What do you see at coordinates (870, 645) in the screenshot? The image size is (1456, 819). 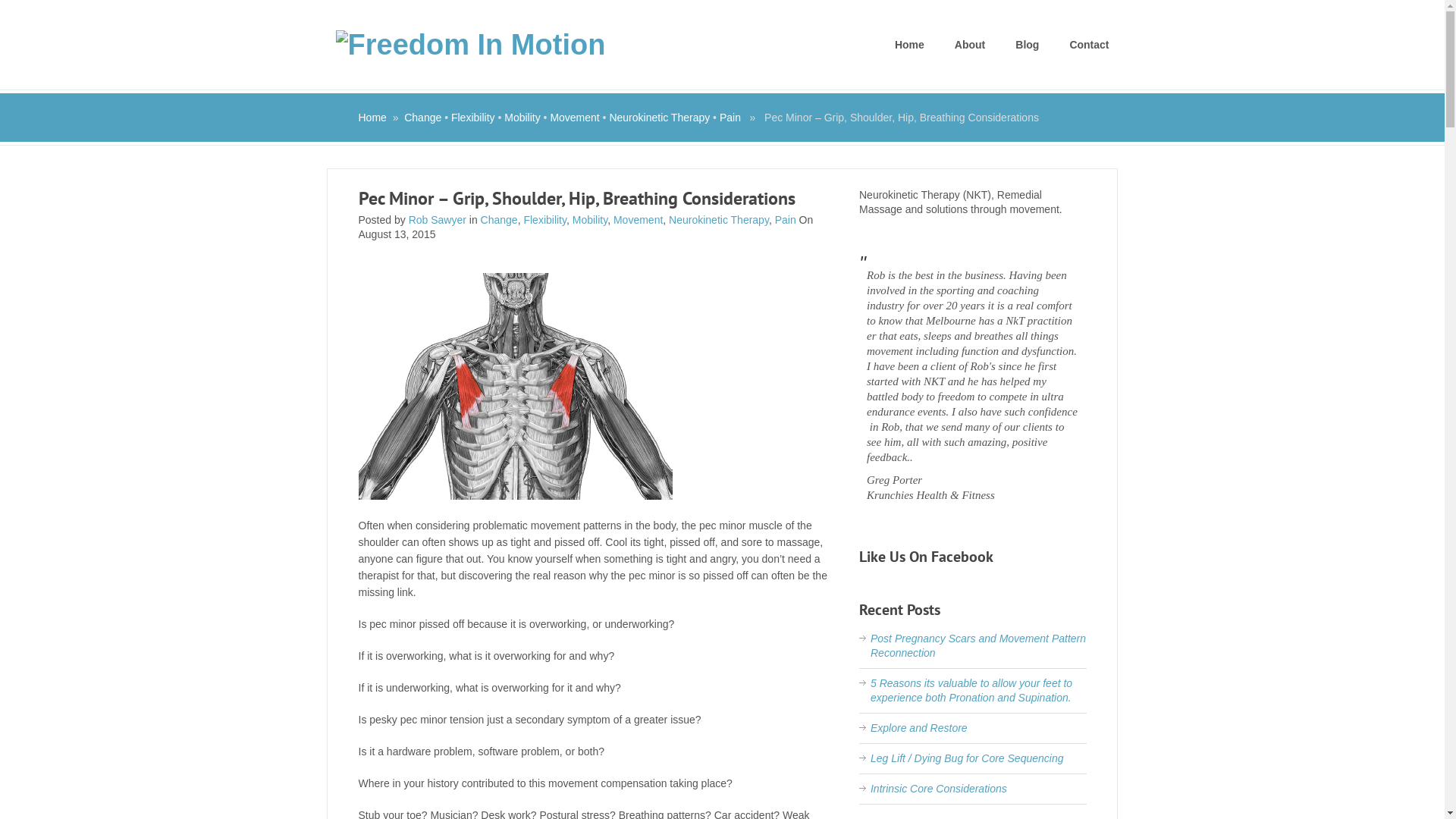 I see `'Post Pregnancy Scars and Movement Pattern Reconnection'` at bounding box center [870, 645].